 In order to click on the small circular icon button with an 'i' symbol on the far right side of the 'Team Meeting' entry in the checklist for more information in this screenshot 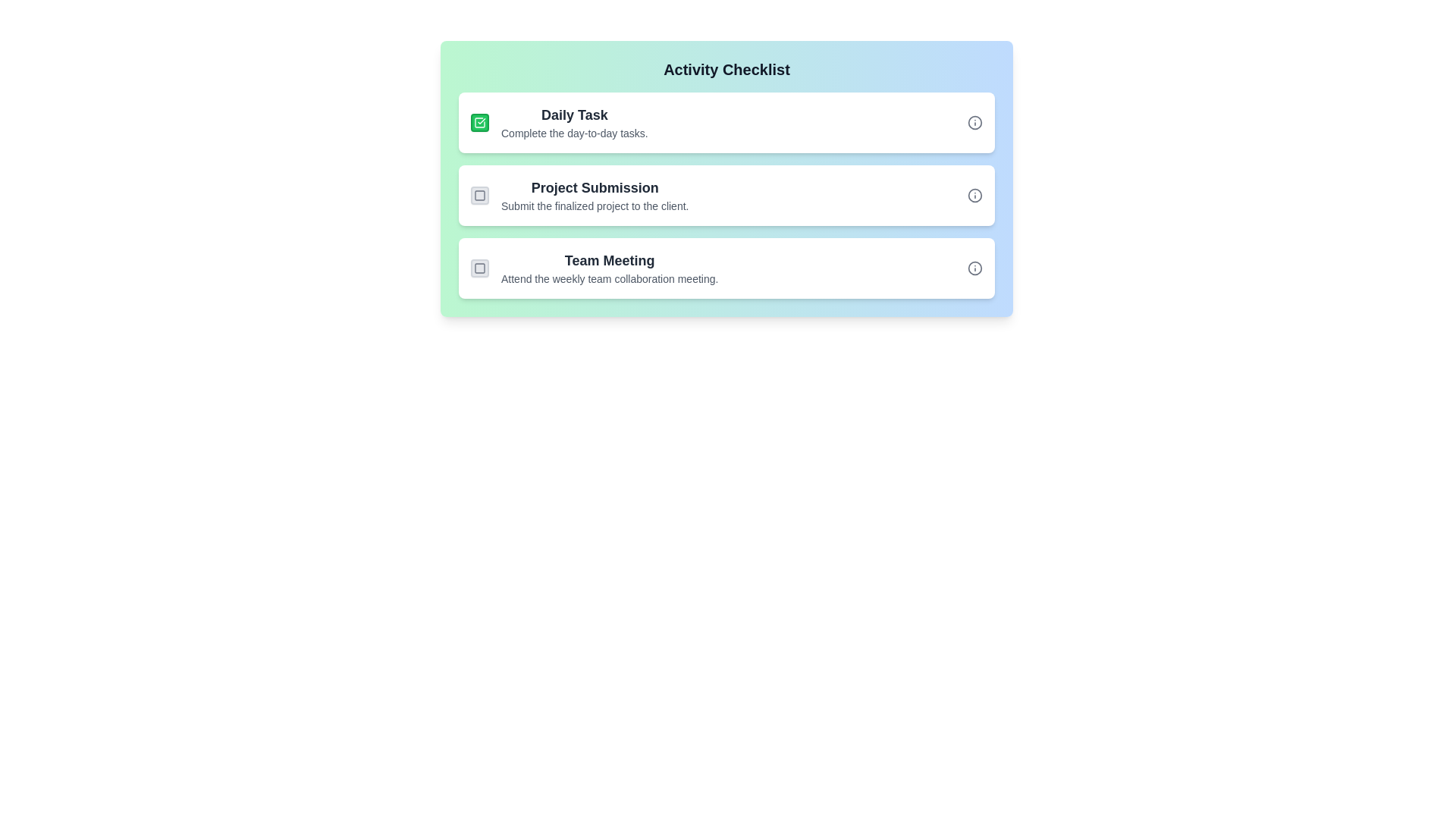, I will do `click(975, 268)`.